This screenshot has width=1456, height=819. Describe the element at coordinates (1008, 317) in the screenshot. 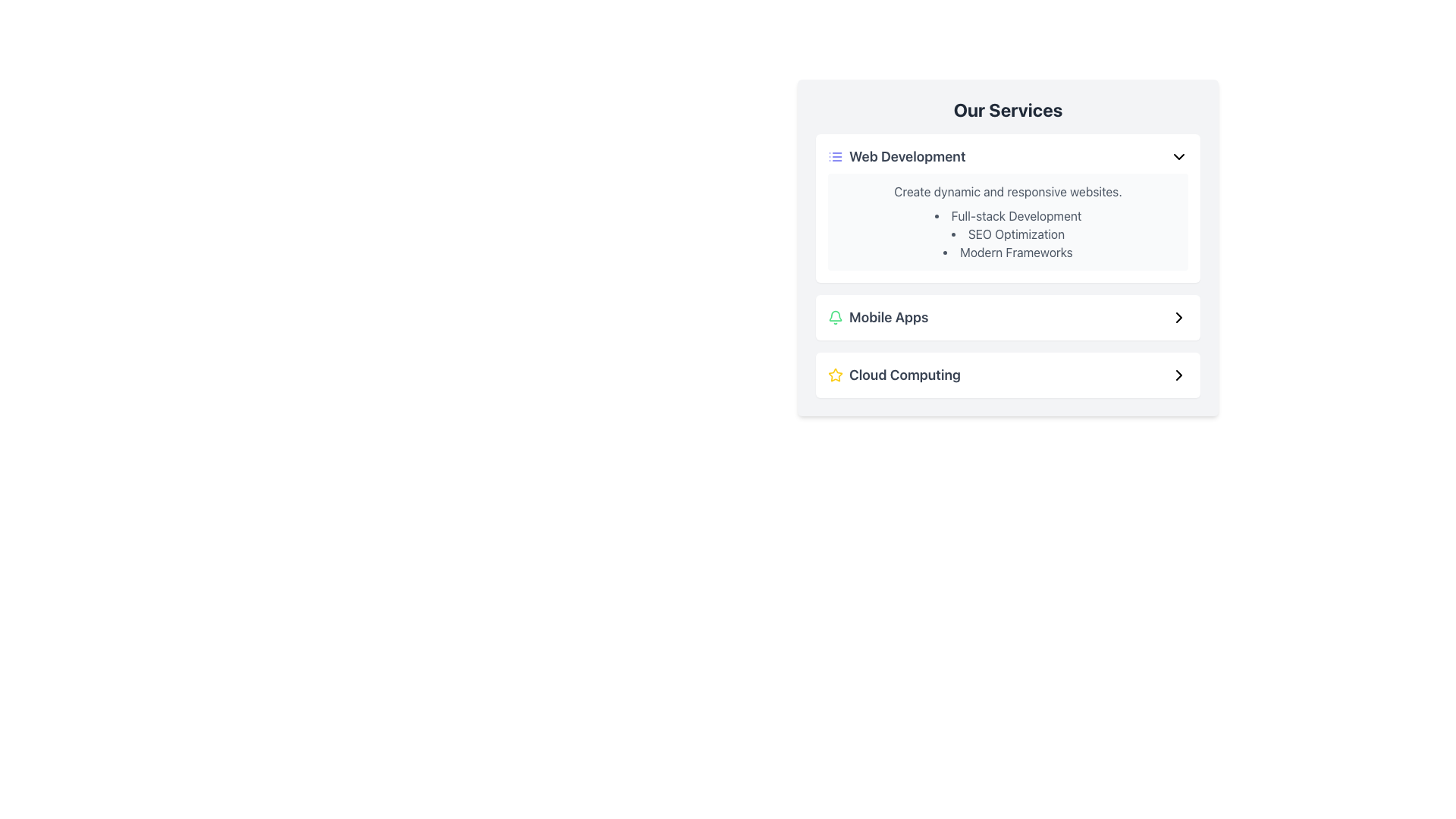

I see `the second list item labeled 'Mobile Apps' within the 'Our Services' panel` at that location.